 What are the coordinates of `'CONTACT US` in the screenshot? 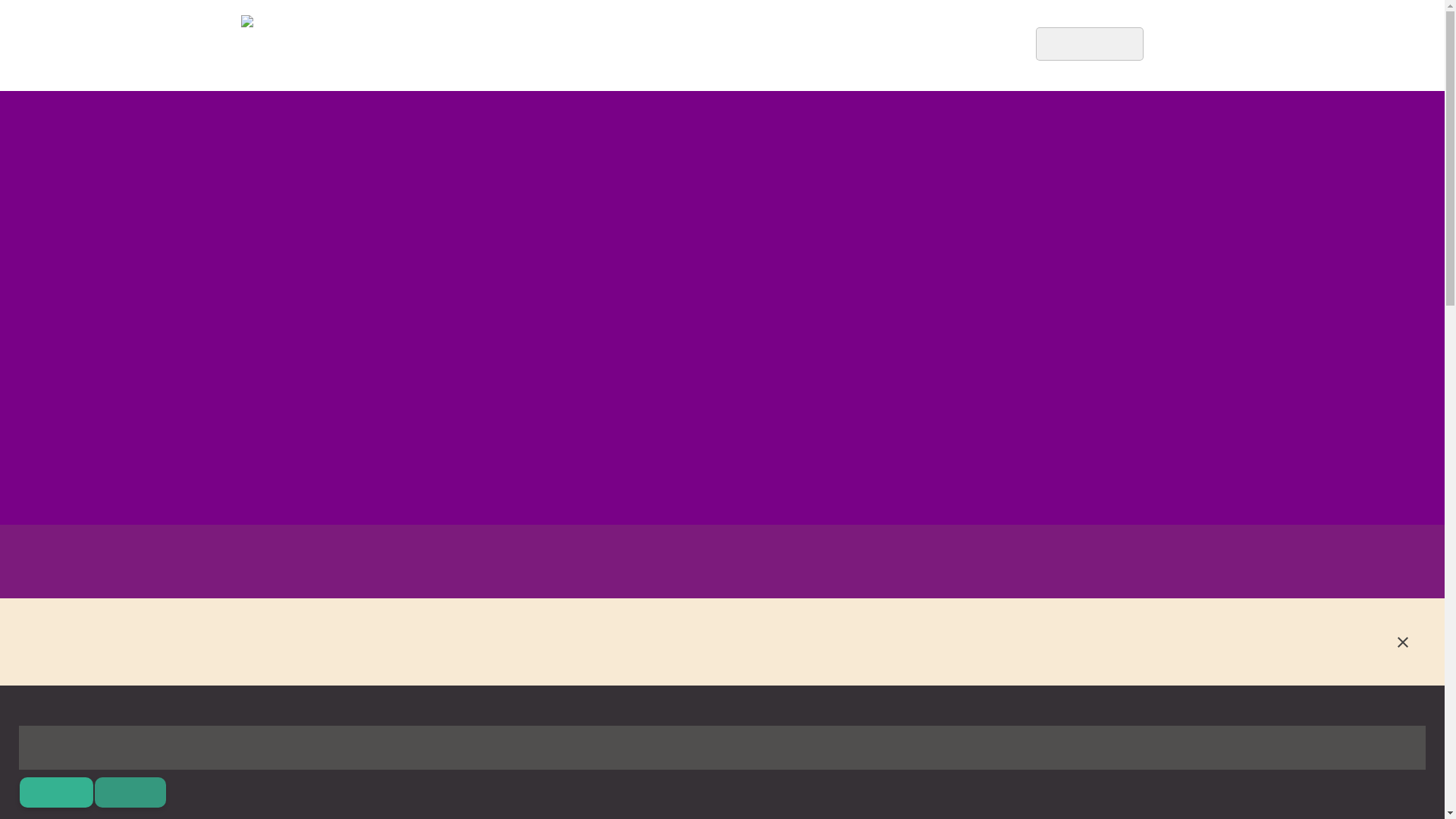 It's located at (763, 45).